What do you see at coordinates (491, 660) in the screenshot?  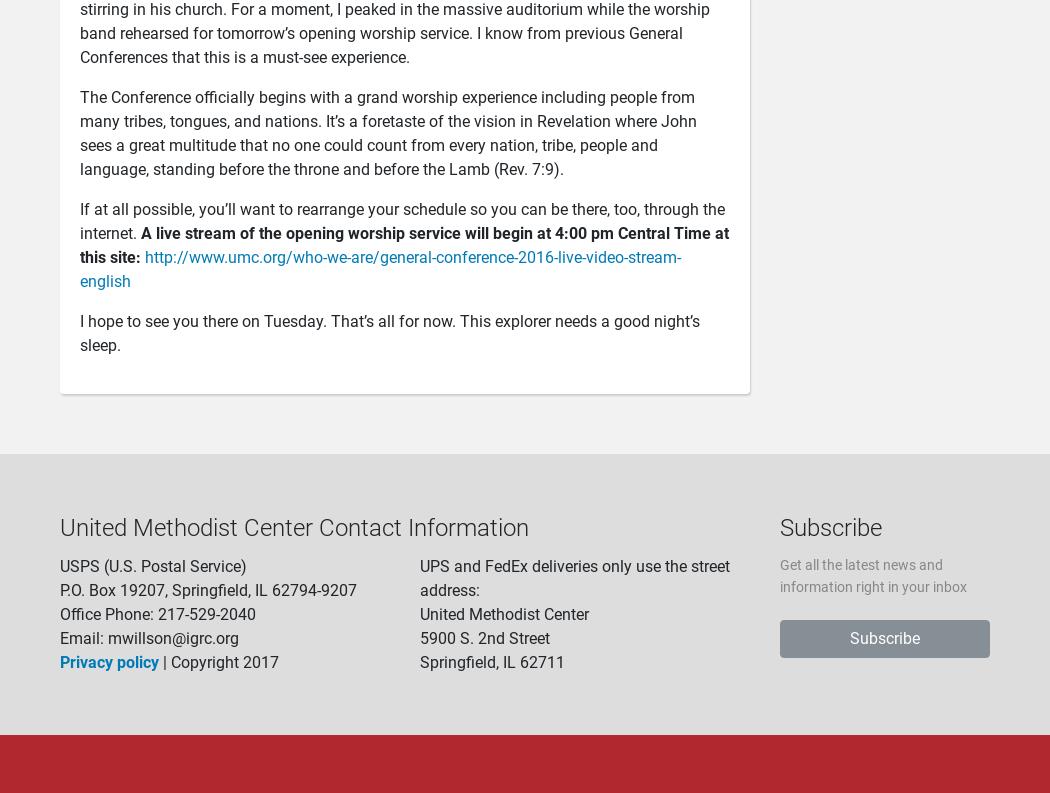 I see `'Springfield, IL 62711'` at bounding box center [491, 660].